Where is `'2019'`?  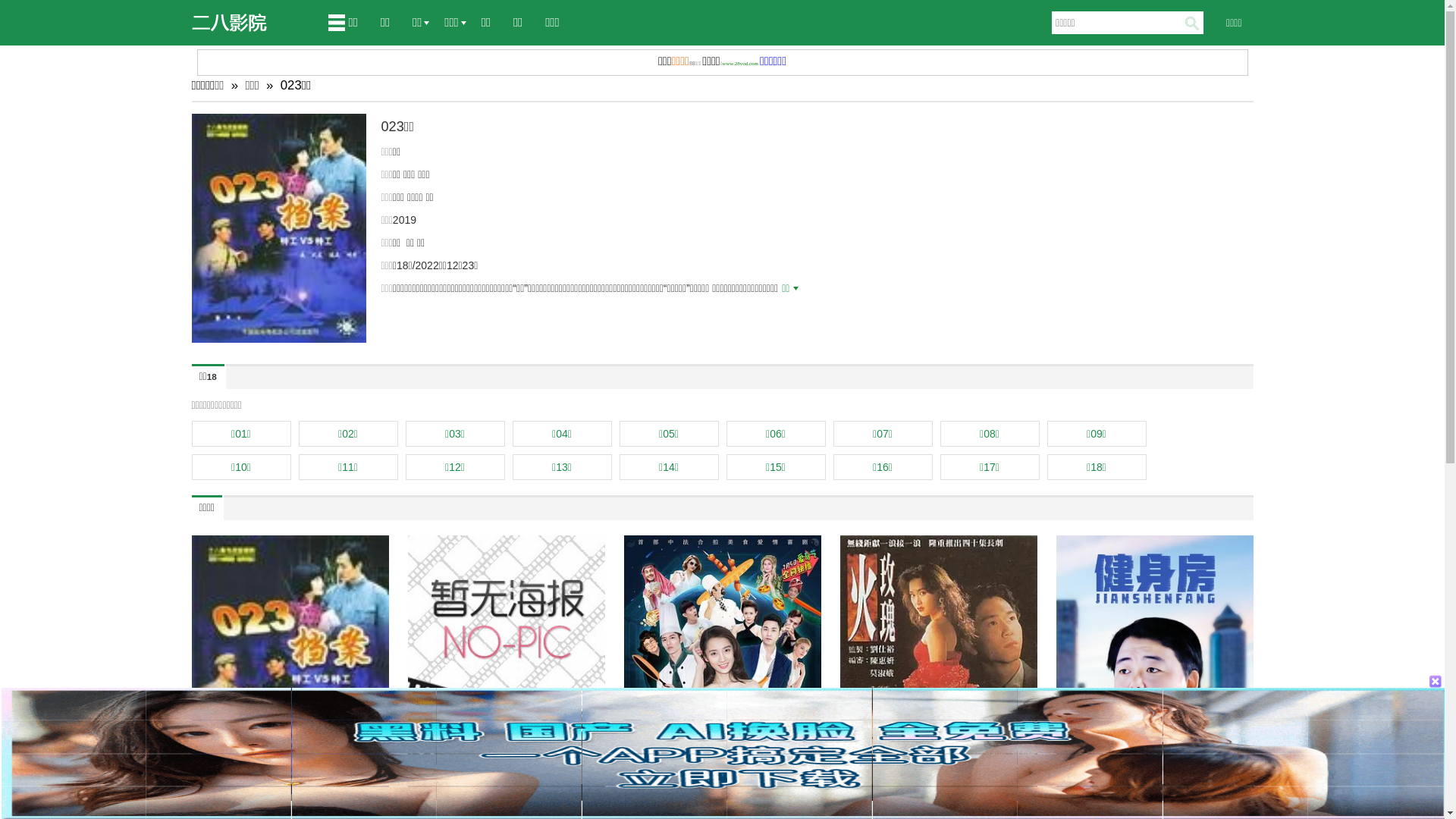
'2019' is located at coordinates (404, 219).